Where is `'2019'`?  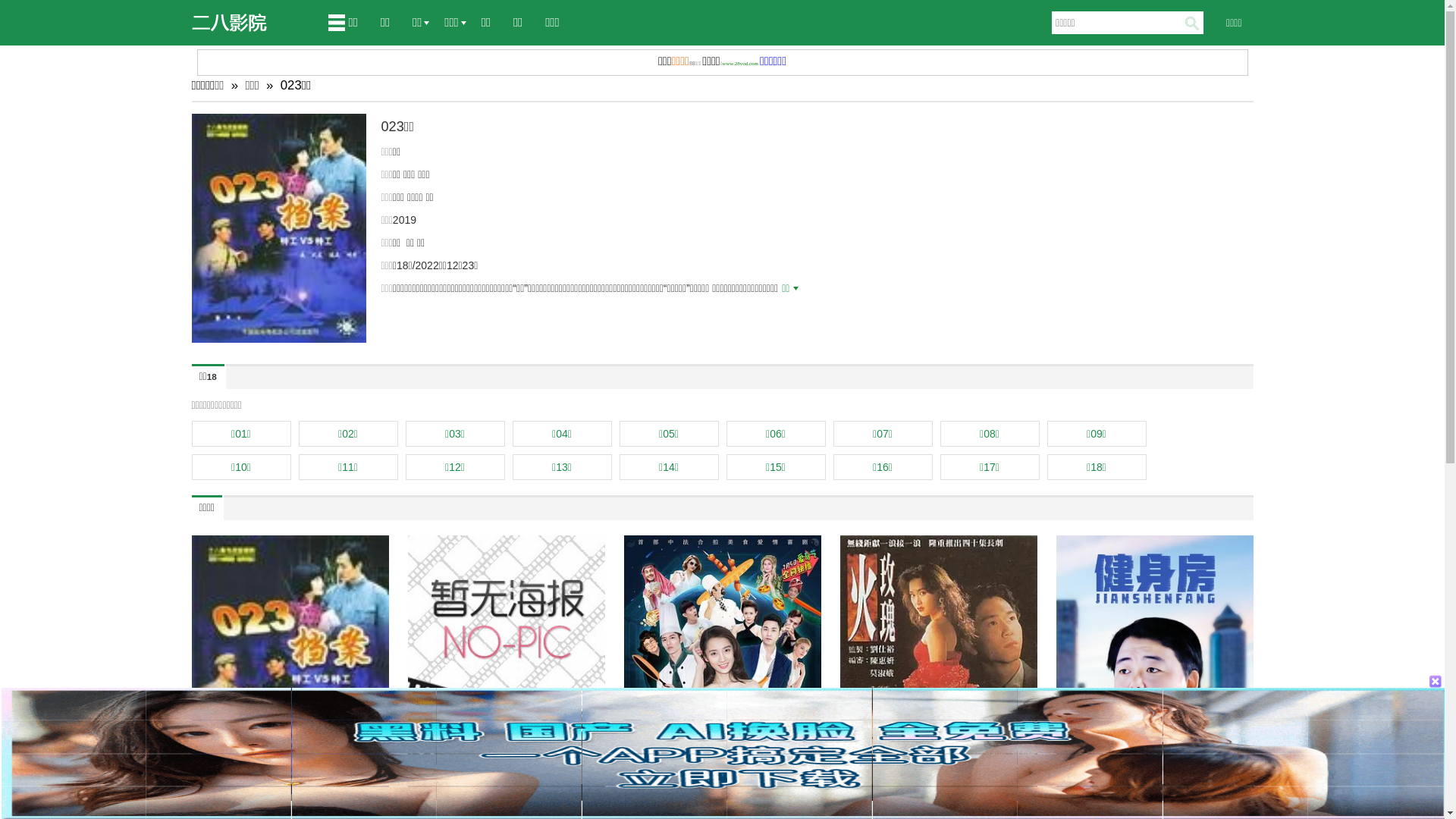
'2019' is located at coordinates (404, 219).